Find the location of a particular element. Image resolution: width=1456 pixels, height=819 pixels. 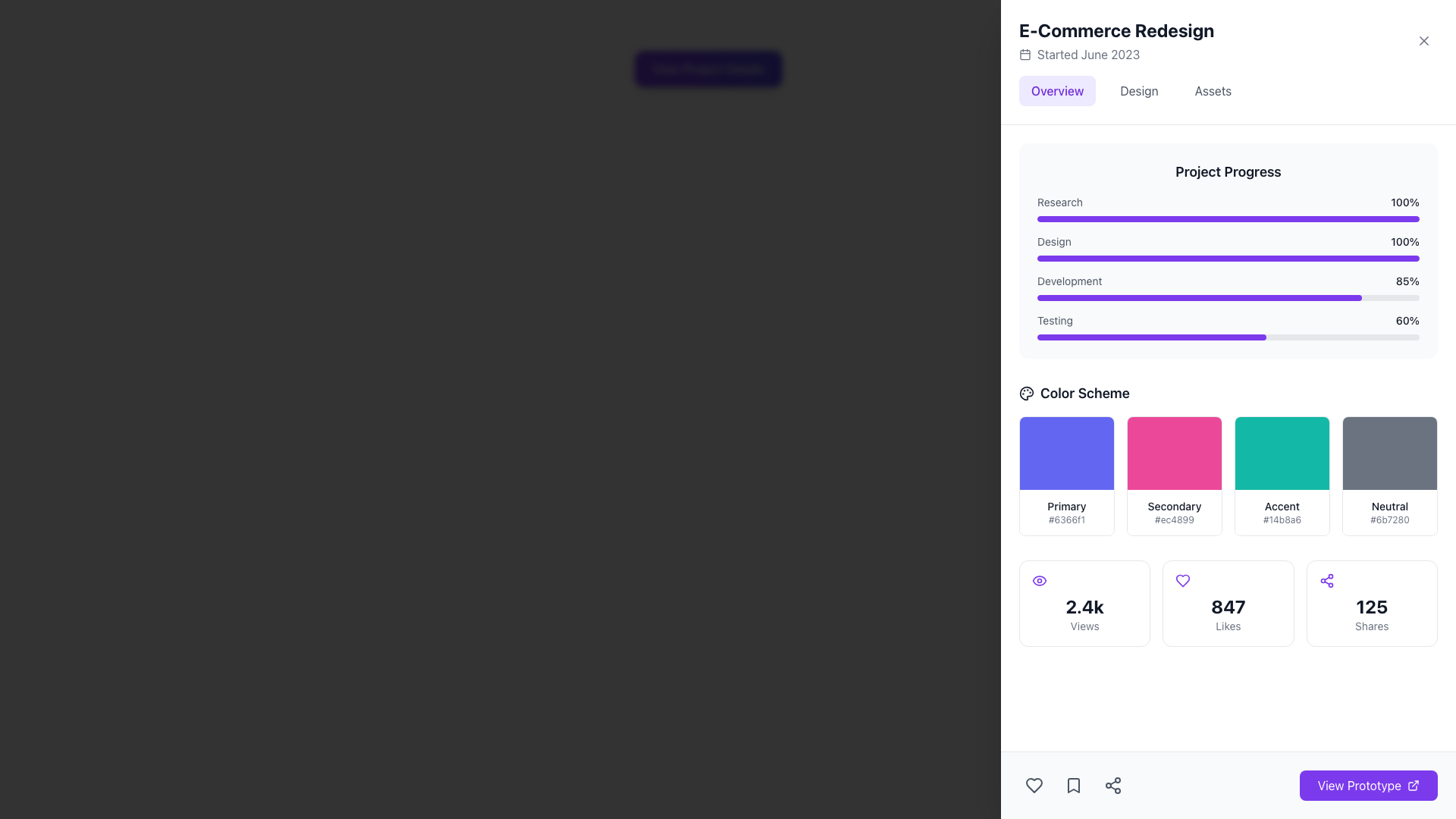

statistics displayed in the Grid containing multiple statistic cards located at the bottom of the visible section of the main interface beneath the 'Color Scheme' grid is located at coordinates (1228, 602).